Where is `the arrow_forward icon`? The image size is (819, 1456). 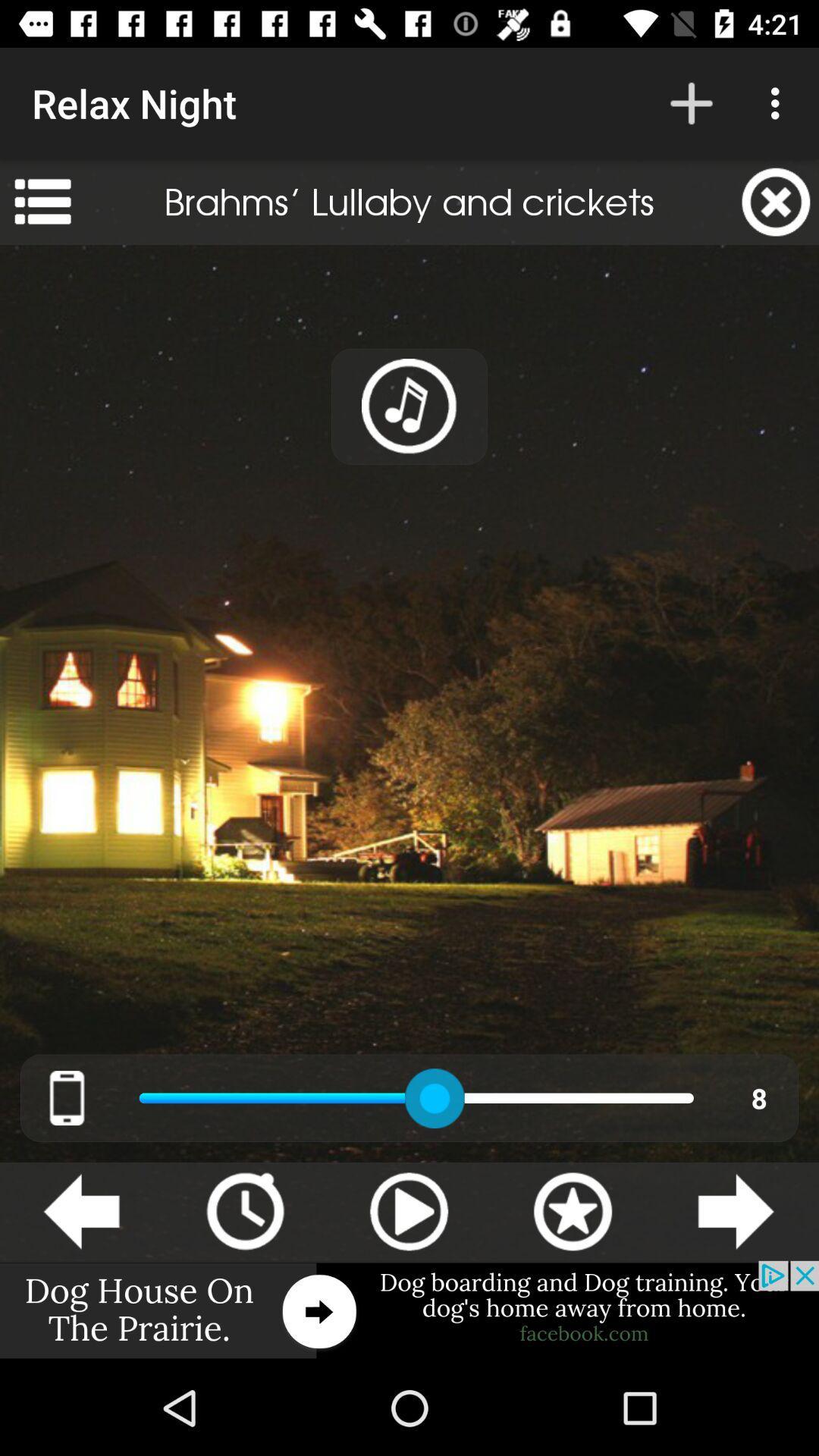 the arrow_forward icon is located at coordinates (735, 1210).